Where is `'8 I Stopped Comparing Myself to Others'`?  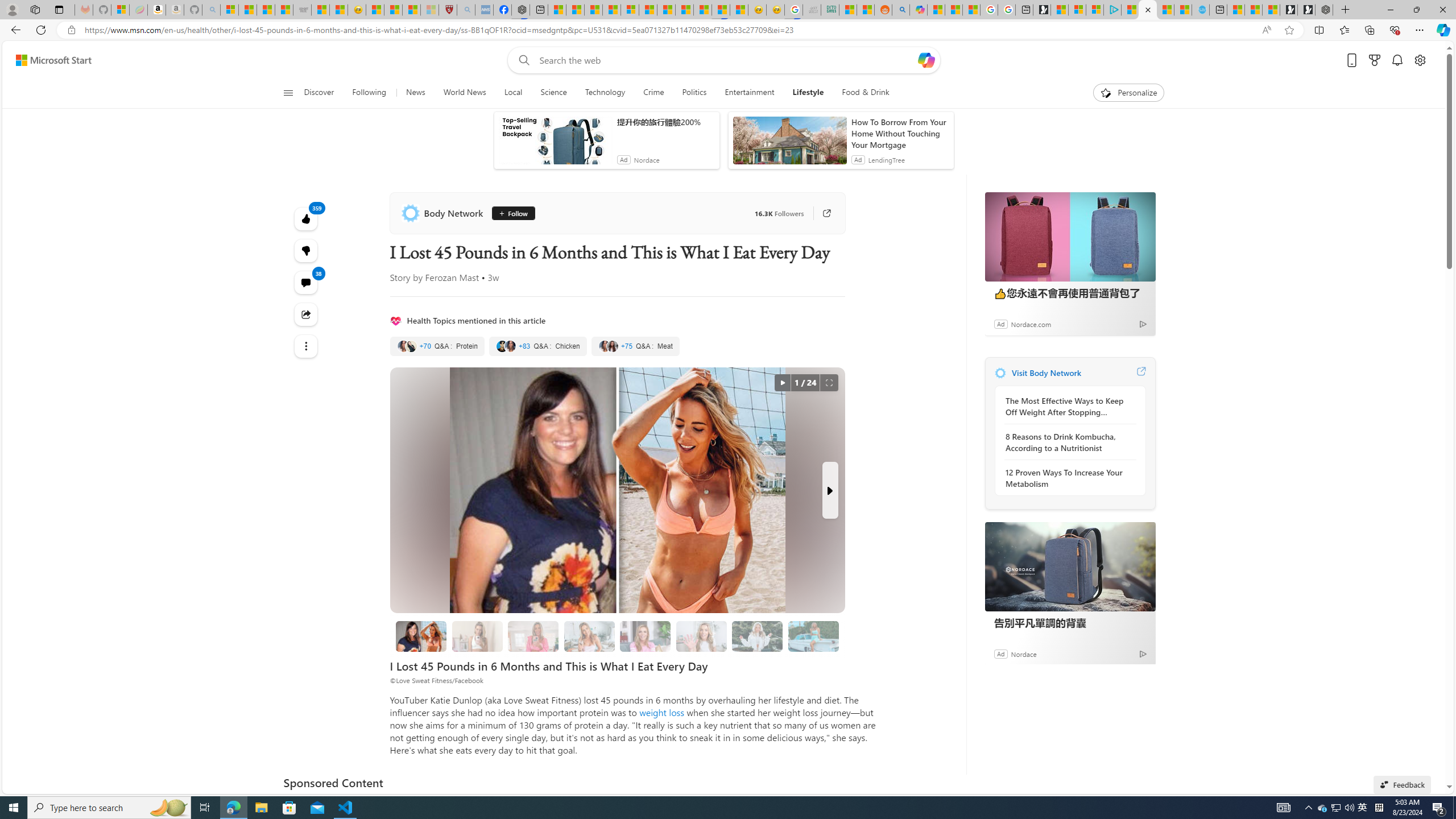 '8 I Stopped Comparing Myself to Others' is located at coordinates (812, 636).